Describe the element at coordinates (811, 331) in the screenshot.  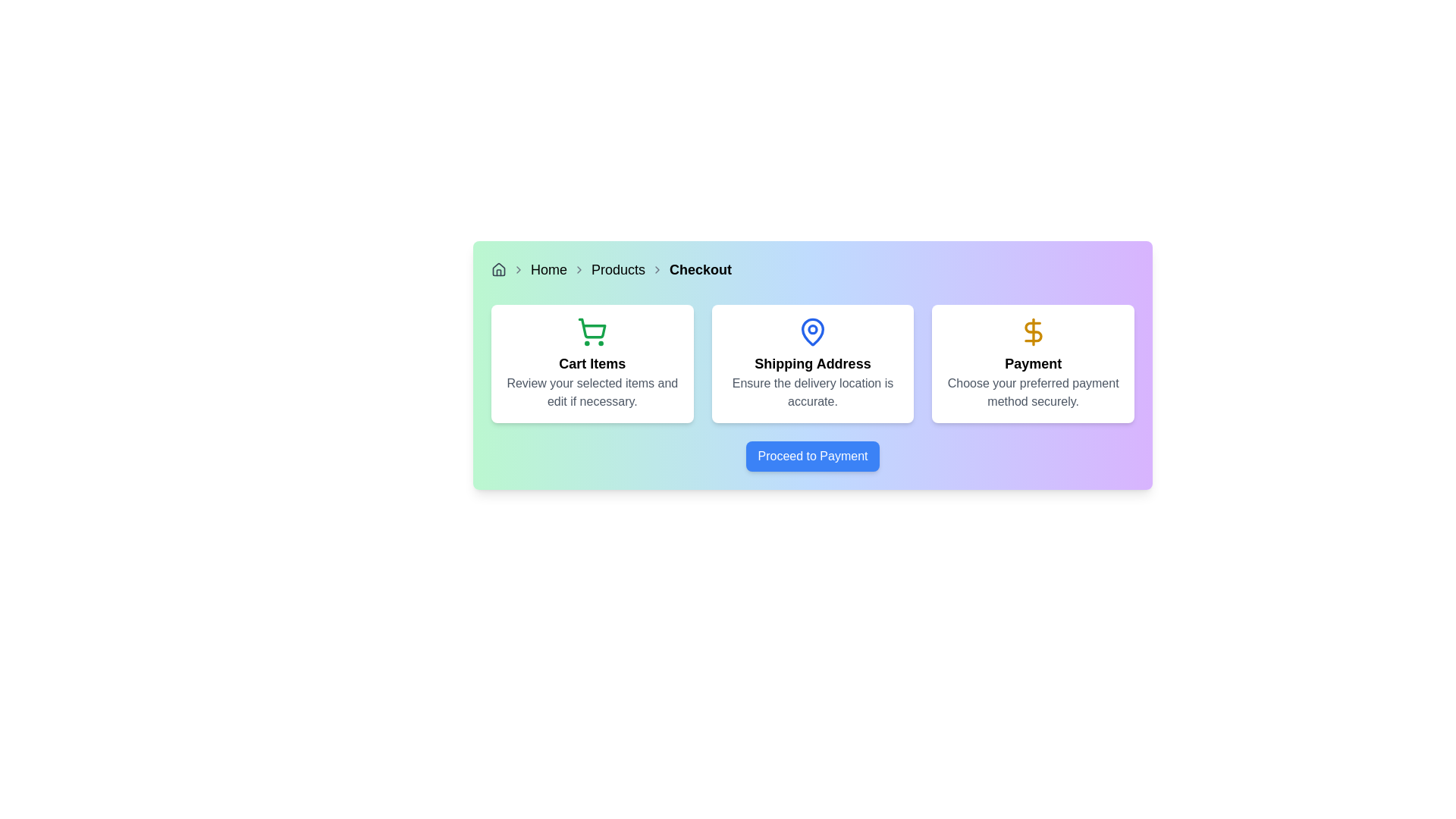
I see `the blue map pin icon, which is the left component of the 'Shipping Address' card located at the center of the interface` at that location.